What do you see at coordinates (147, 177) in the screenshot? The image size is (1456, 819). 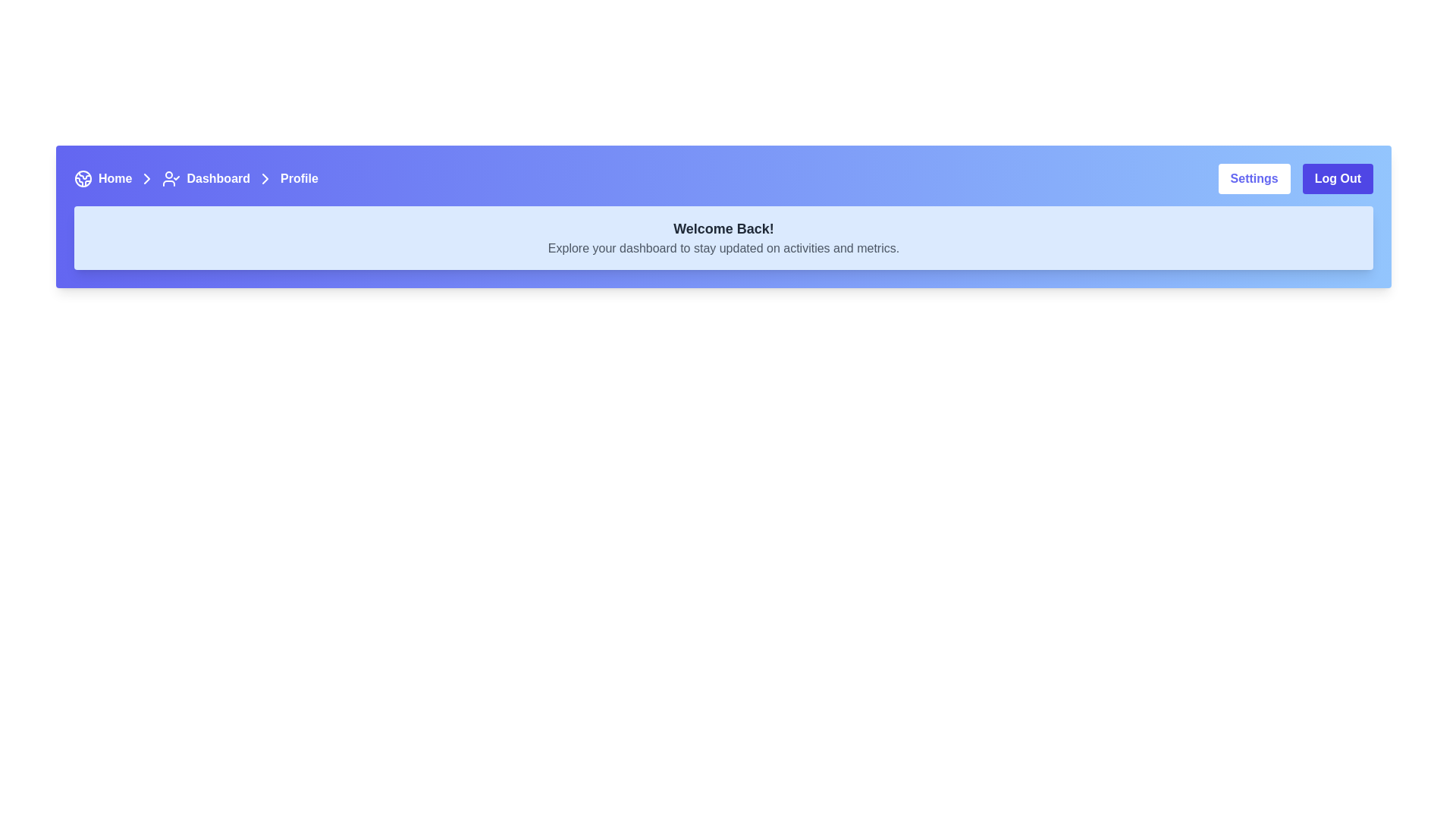 I see `the rightward-pointing chevron icon located in the navigation bar, situated between the 'Dashboard' text and the 'Profile' text` at bounding box center [147, 177].